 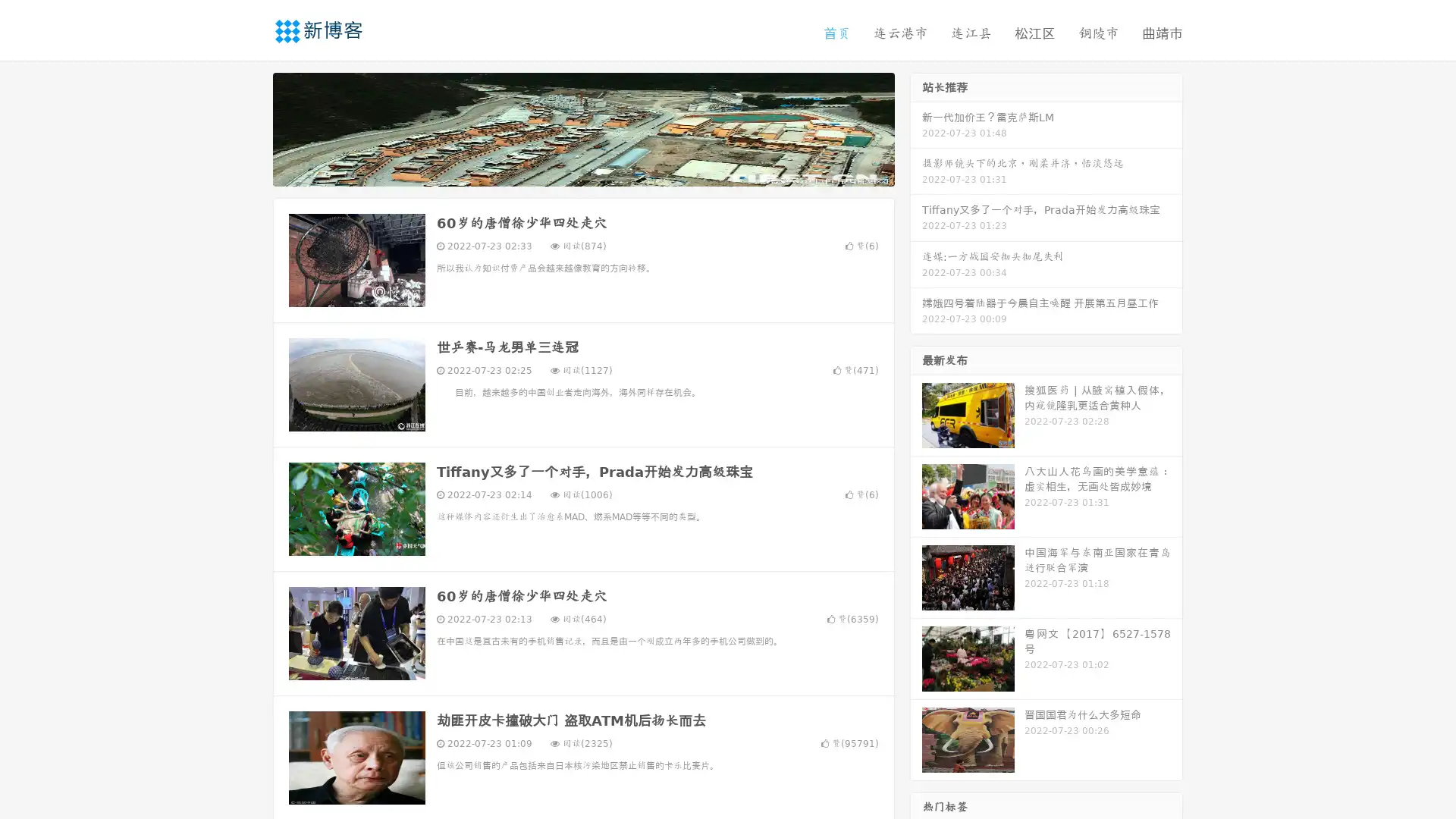 What do you see at coordinates (598, 171) in the screenshot?
I see `Go to slide 3` at bounding box center [598, 171].